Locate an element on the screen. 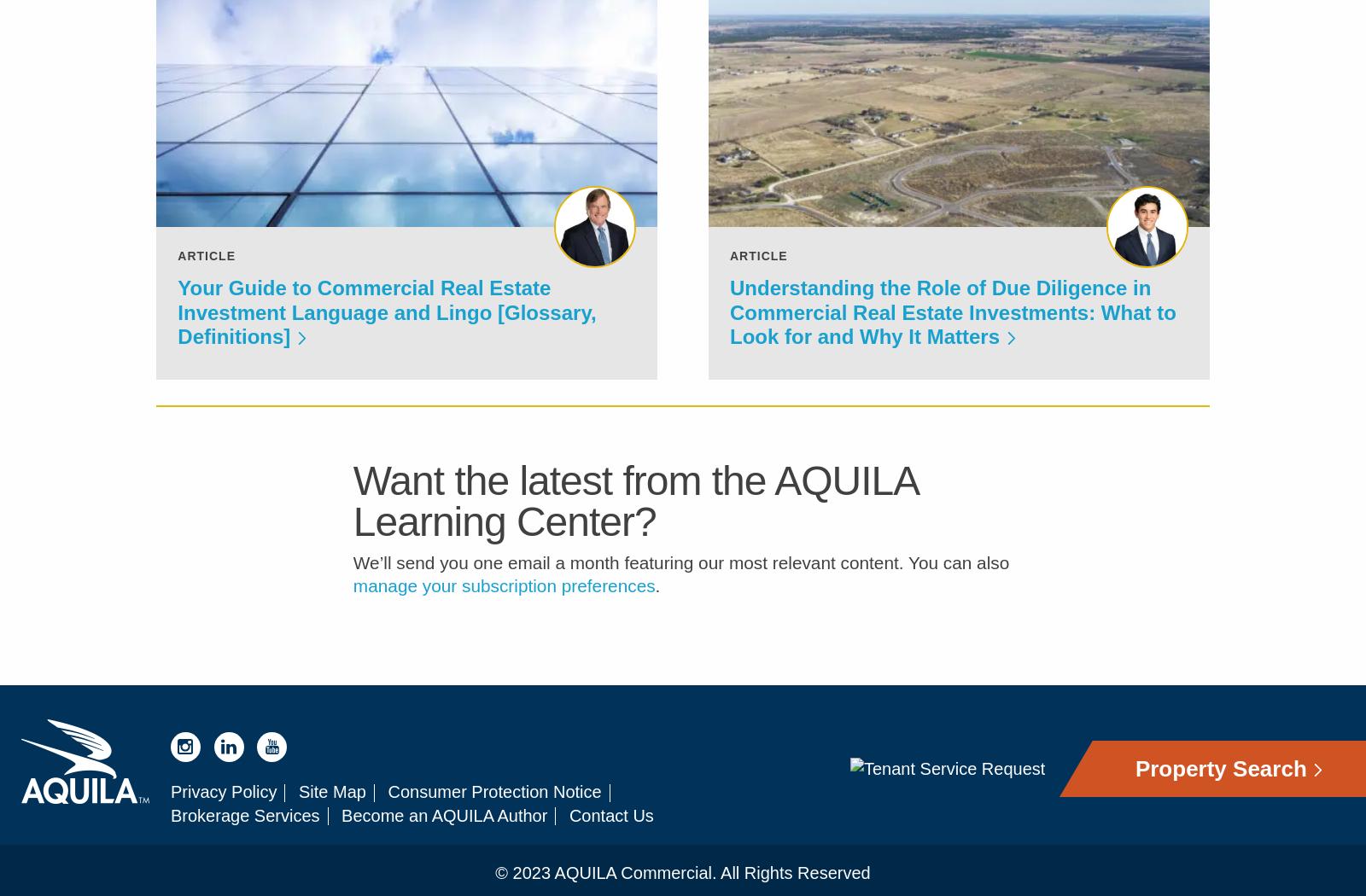 This screenshot has width=1366, height=896. 'Site Map' is located at coordinates (331, 802).